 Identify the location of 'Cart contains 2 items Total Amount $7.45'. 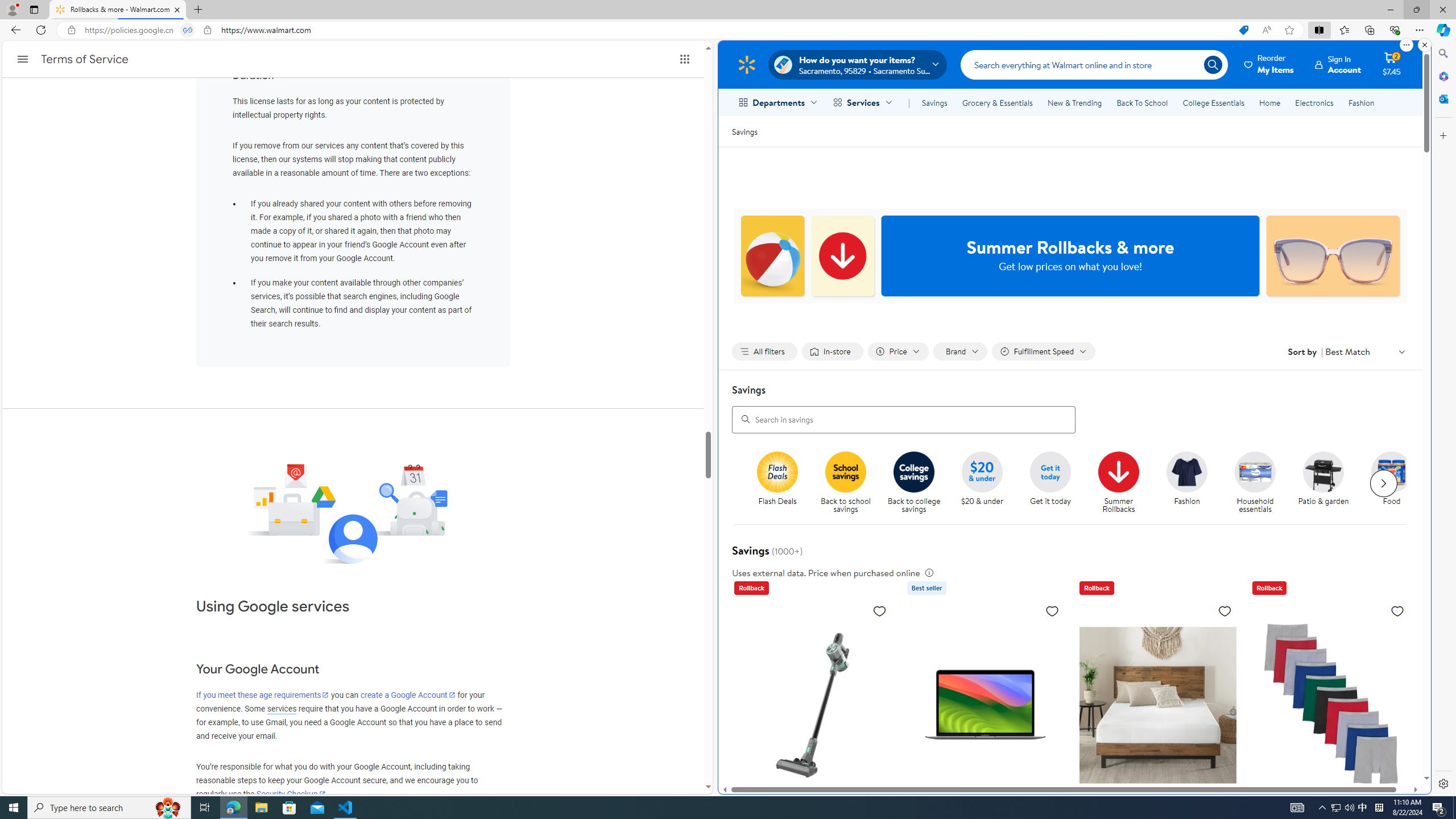
(1391, 64).